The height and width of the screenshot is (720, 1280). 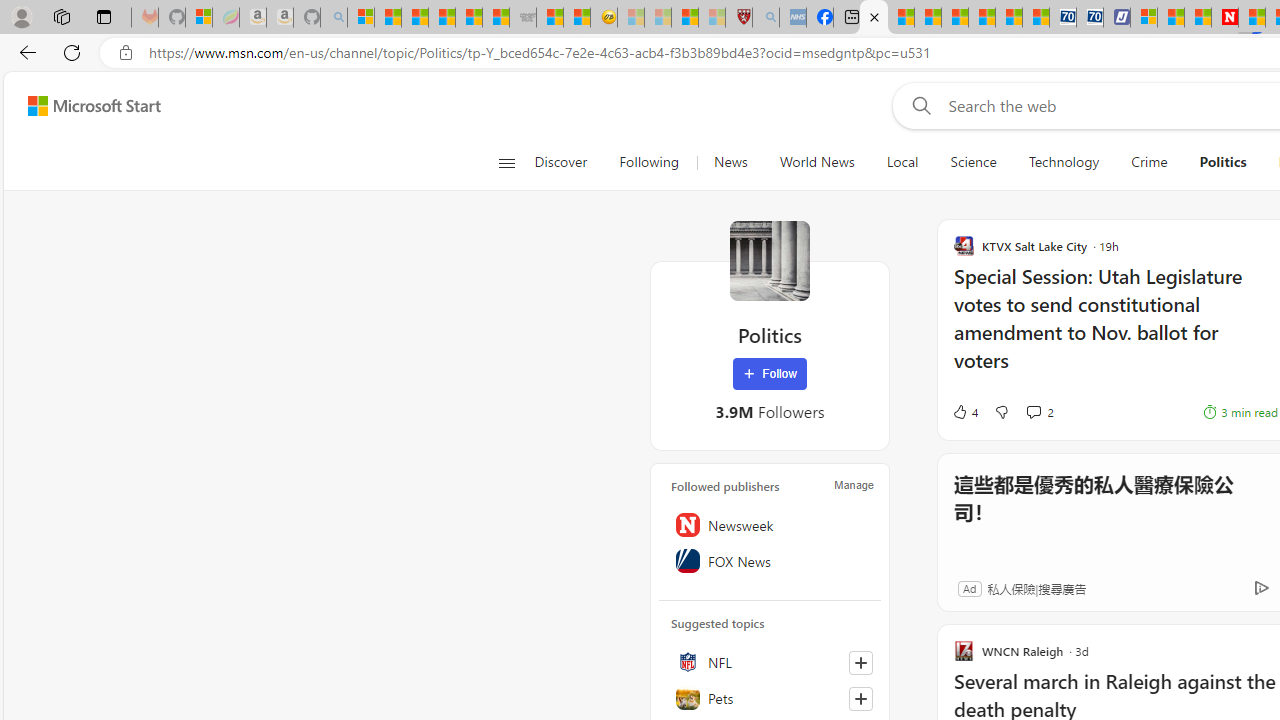 I want to click on 'NFL', so click(x=769, y=662).